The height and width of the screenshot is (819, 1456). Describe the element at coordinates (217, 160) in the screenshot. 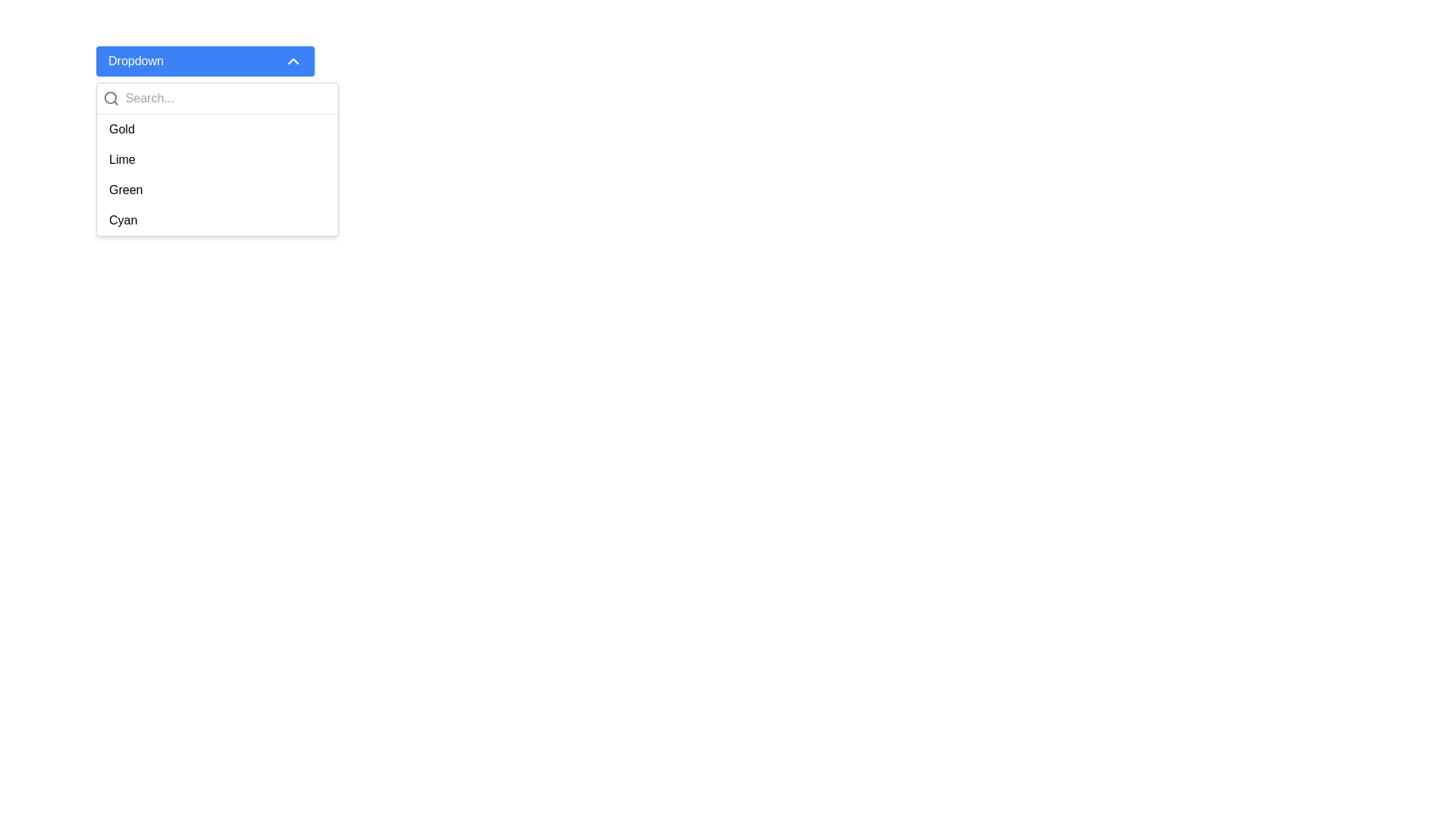

I see `the dropdown menu item labeled 'Lime'` at that location.